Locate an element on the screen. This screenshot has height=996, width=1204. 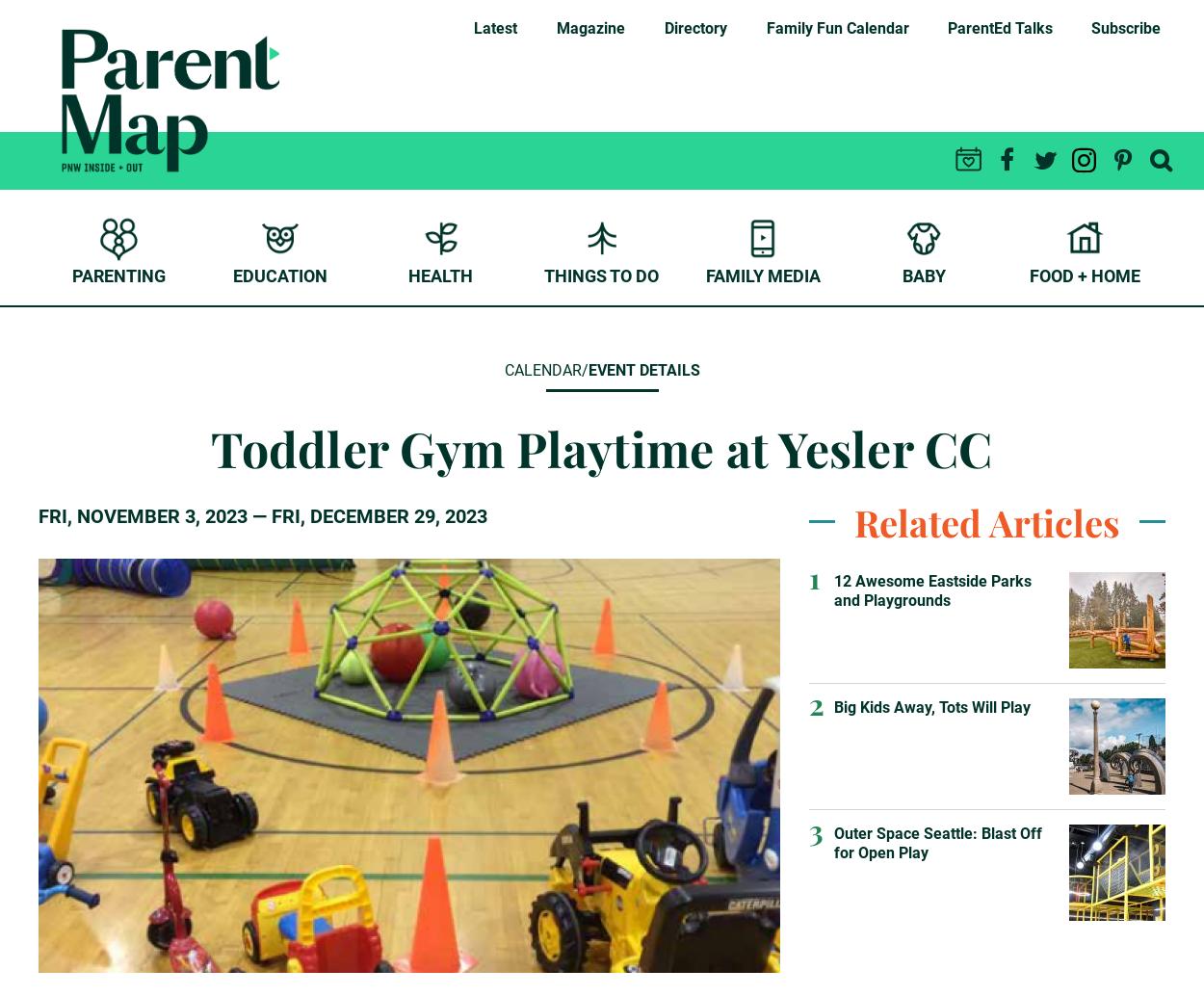
'Fri, December 29, 2023' is located at coordinates (380, 516).